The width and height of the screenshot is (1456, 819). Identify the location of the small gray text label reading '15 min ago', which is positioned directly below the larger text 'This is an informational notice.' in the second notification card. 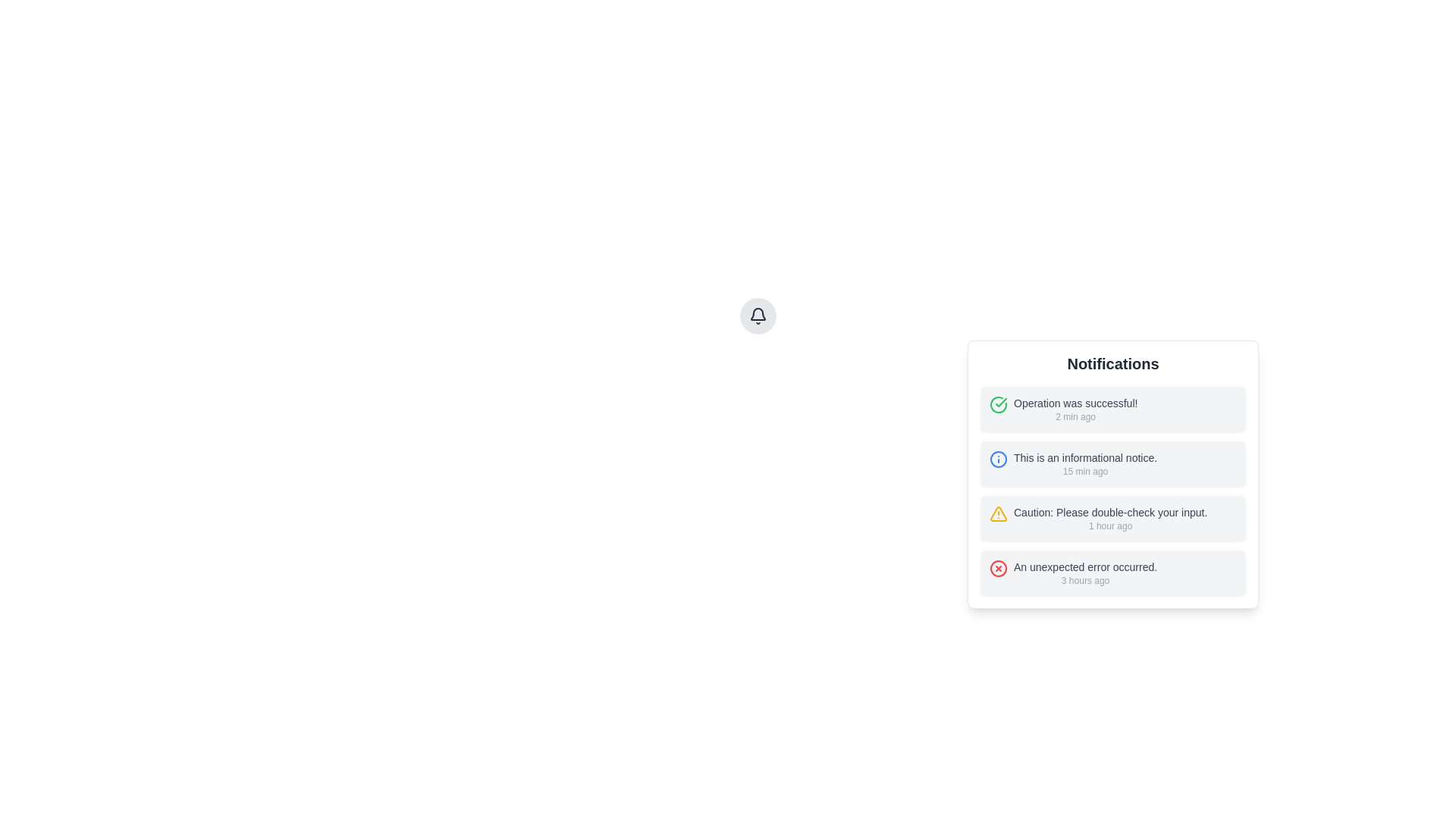
(1084, 470).